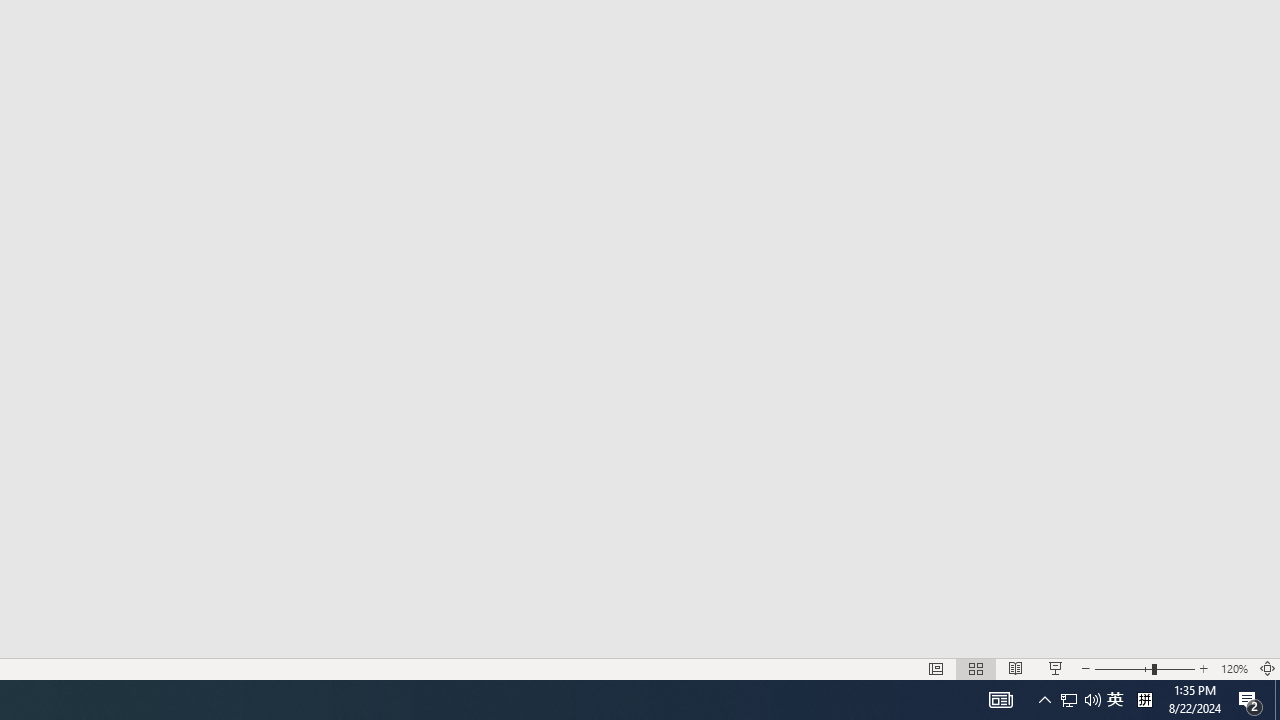 The height and width of the screenshot is (720, 1280). Describe the element at coordinates (1055, 669) in the screenshot. I see `'Slide Show'` at that location.